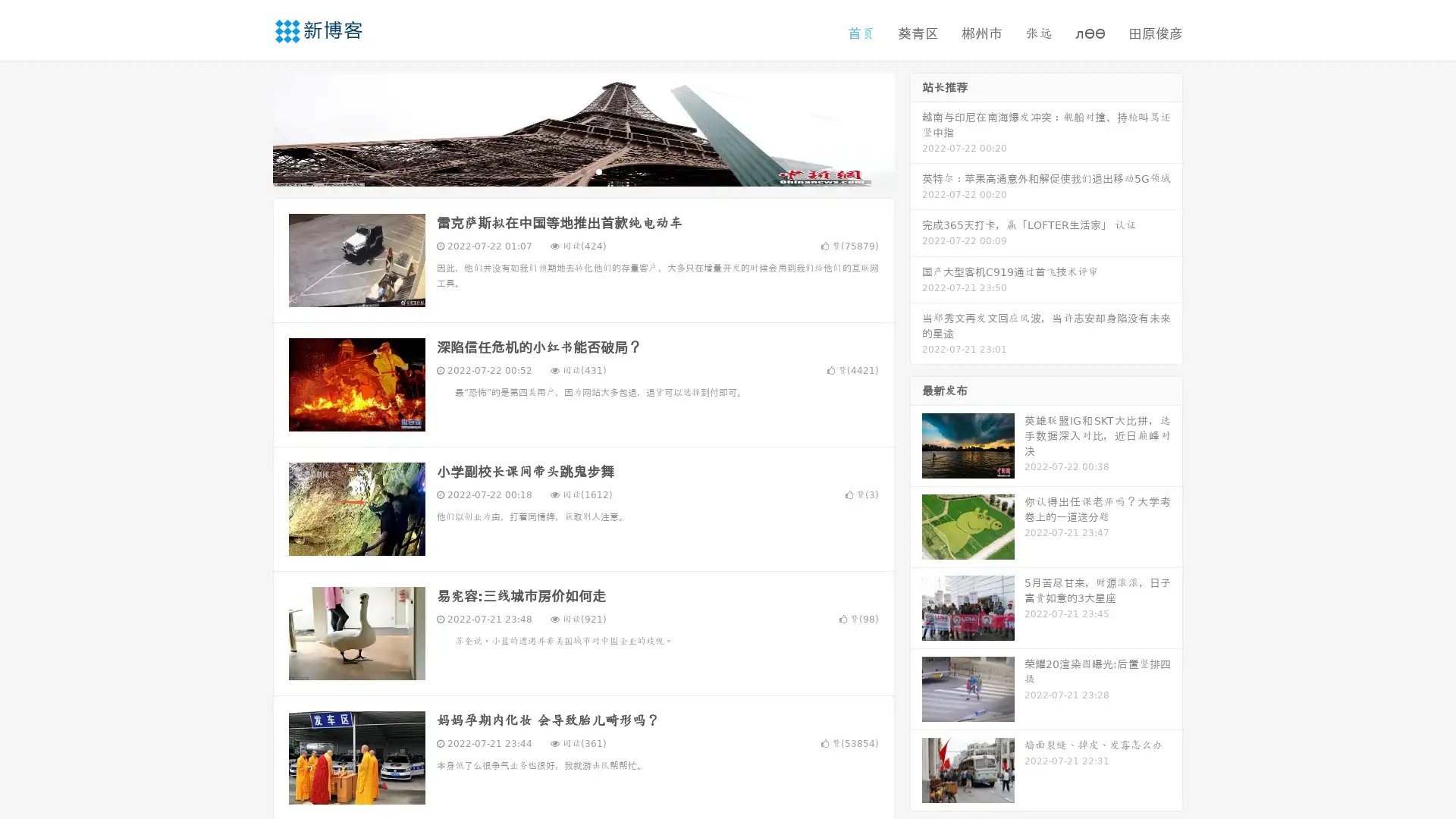 This screenshot has width=1456, height=819. Describe the element at coordinates (916, 127) in the screenshot. I see `Next slide` at that location.